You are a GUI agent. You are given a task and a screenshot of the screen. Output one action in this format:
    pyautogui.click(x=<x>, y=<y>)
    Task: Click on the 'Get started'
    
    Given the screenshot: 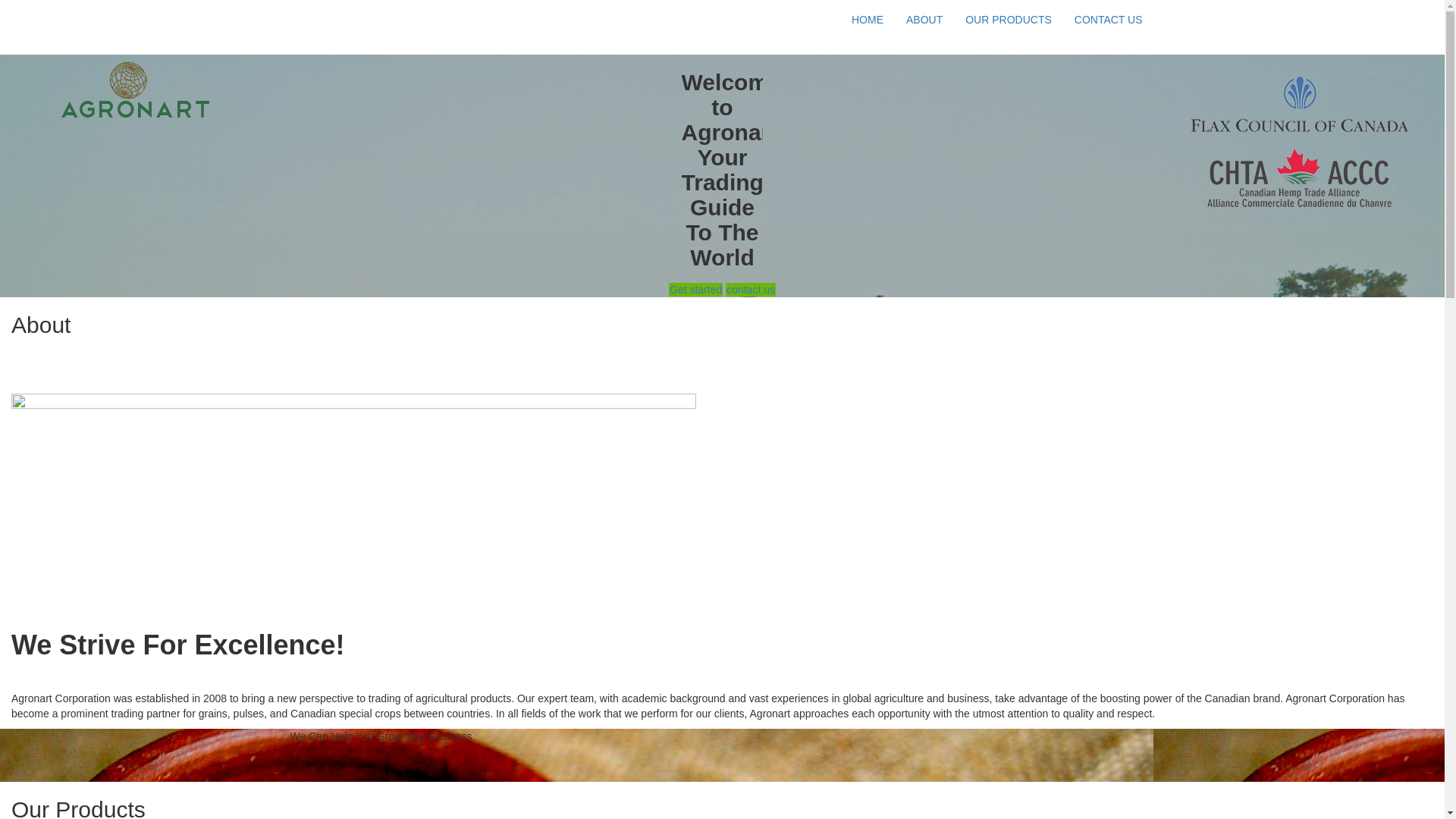 What is the action you would take?
    pyautogui.click(x=695, y=289)
    